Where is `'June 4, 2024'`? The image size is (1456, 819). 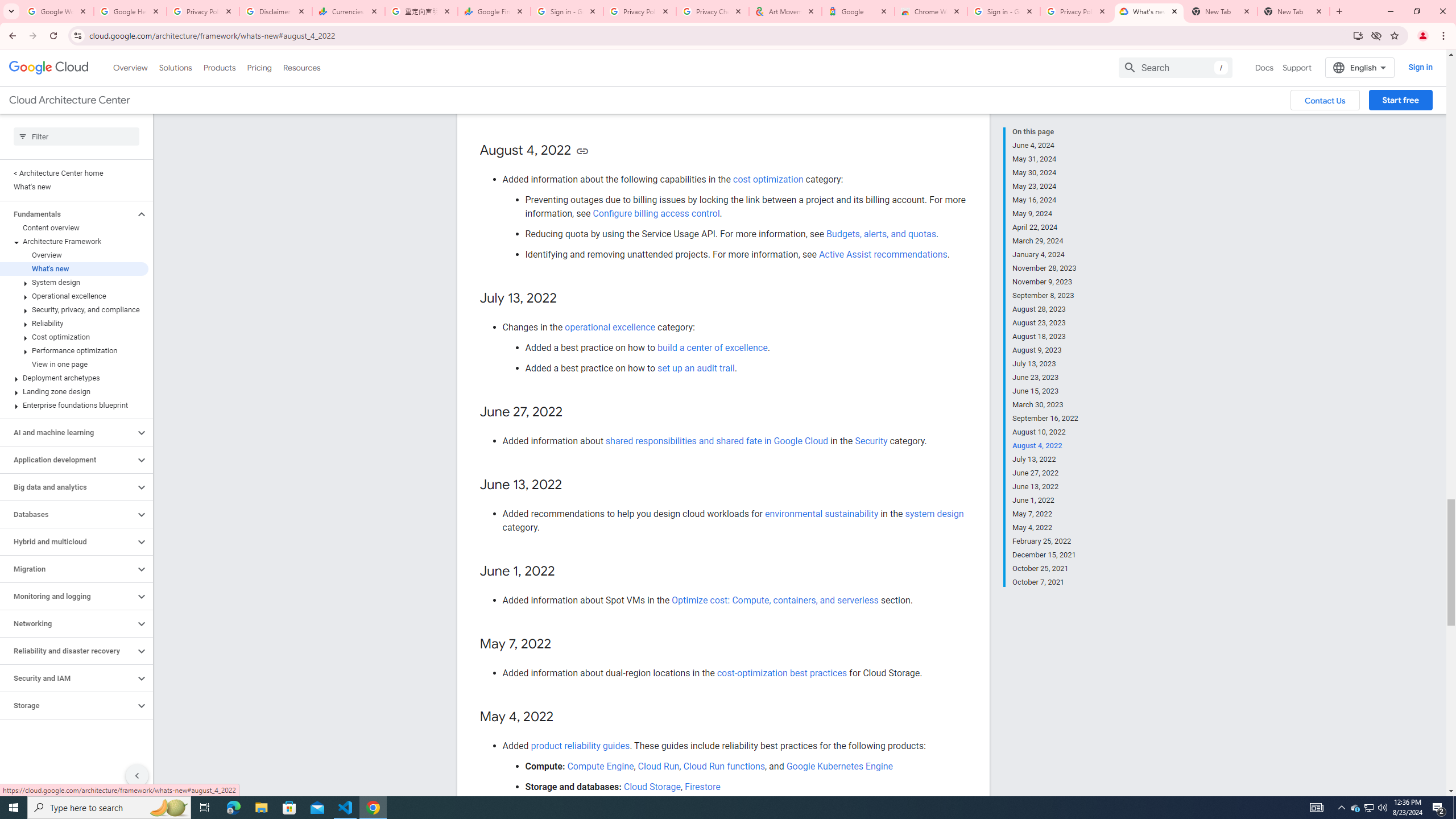
'June 4, 2024' is located at coordinates (1045, 144).